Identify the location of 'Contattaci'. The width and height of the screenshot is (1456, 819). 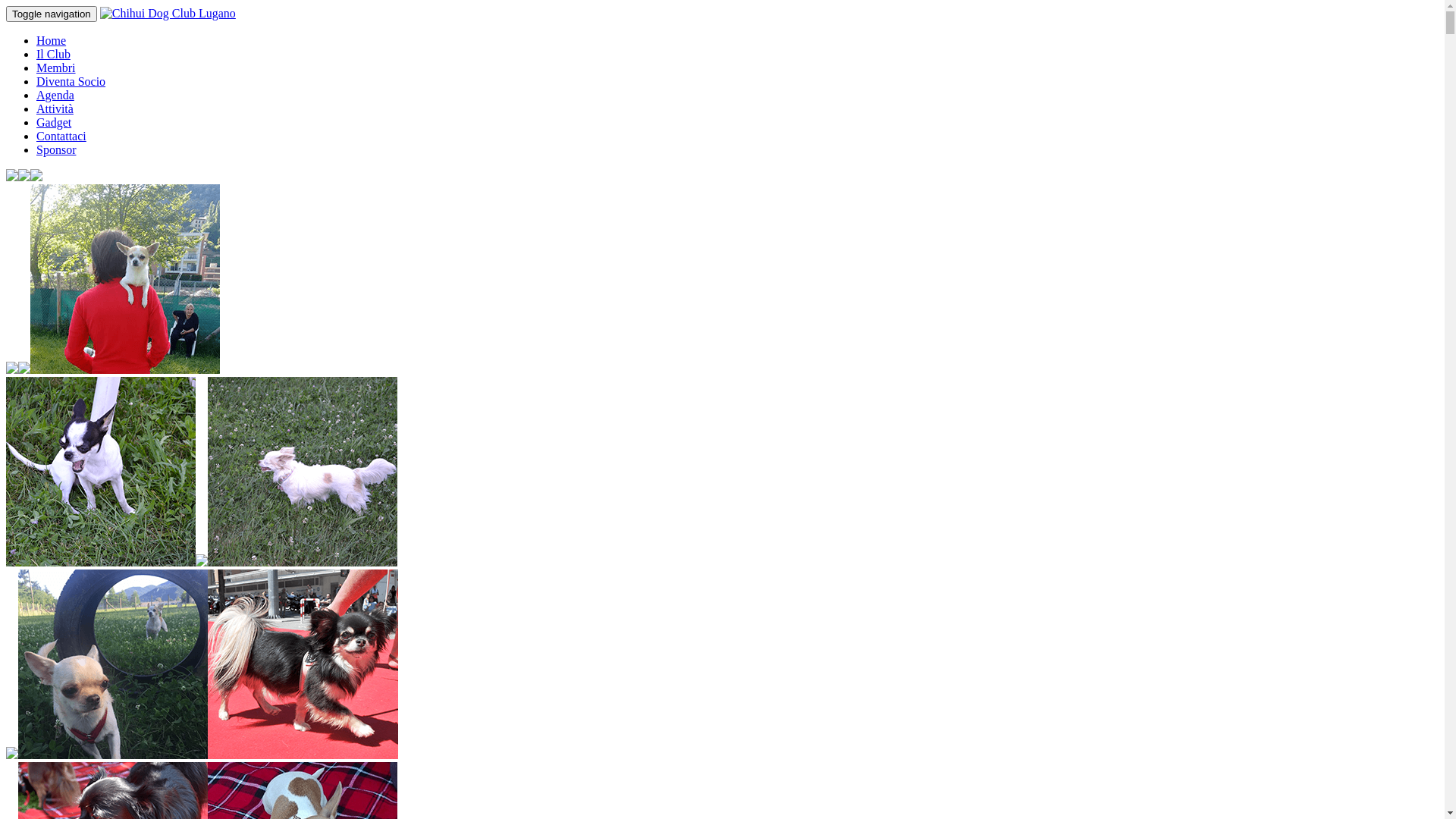
(61, 135).